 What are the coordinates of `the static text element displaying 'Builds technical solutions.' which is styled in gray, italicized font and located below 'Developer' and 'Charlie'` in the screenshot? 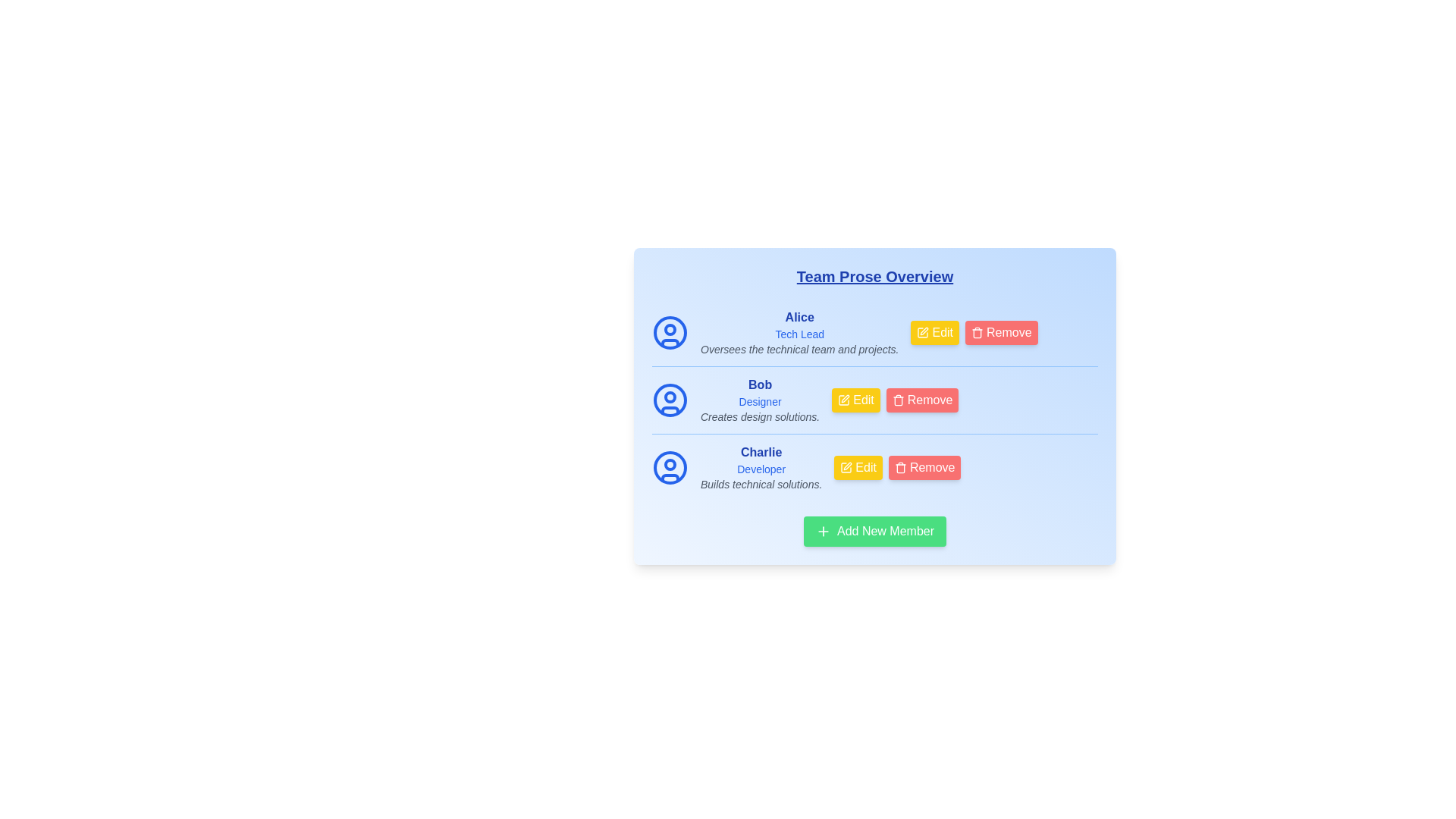 It's located at (761, 485).